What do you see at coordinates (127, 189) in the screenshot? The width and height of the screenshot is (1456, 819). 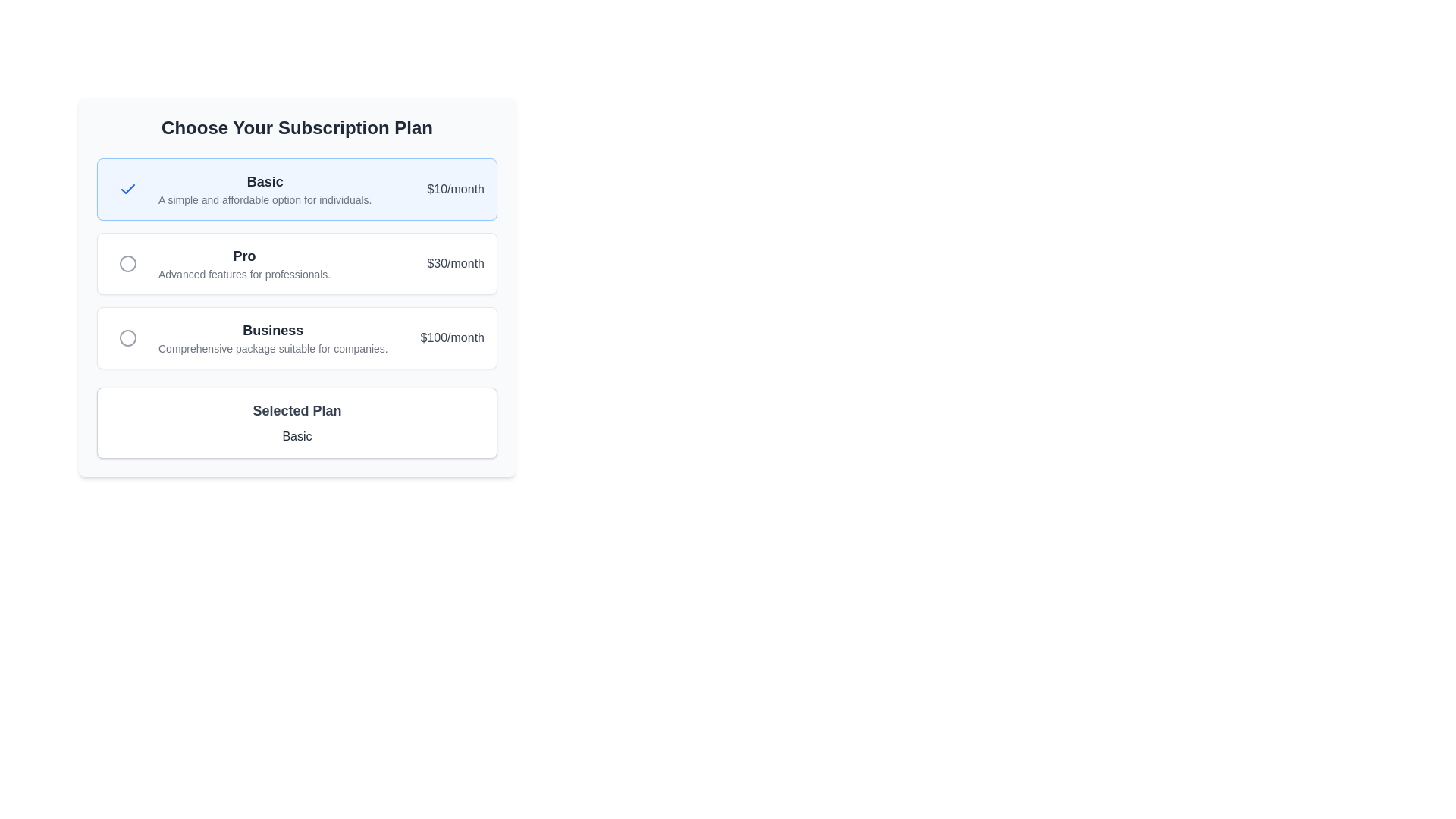 I see `the small, square, blue checkmark icon located at the top-left corner of the rounded blue-bordered rectangular box for the 'Basic' subscription plan` at bounding box center [127, 189].